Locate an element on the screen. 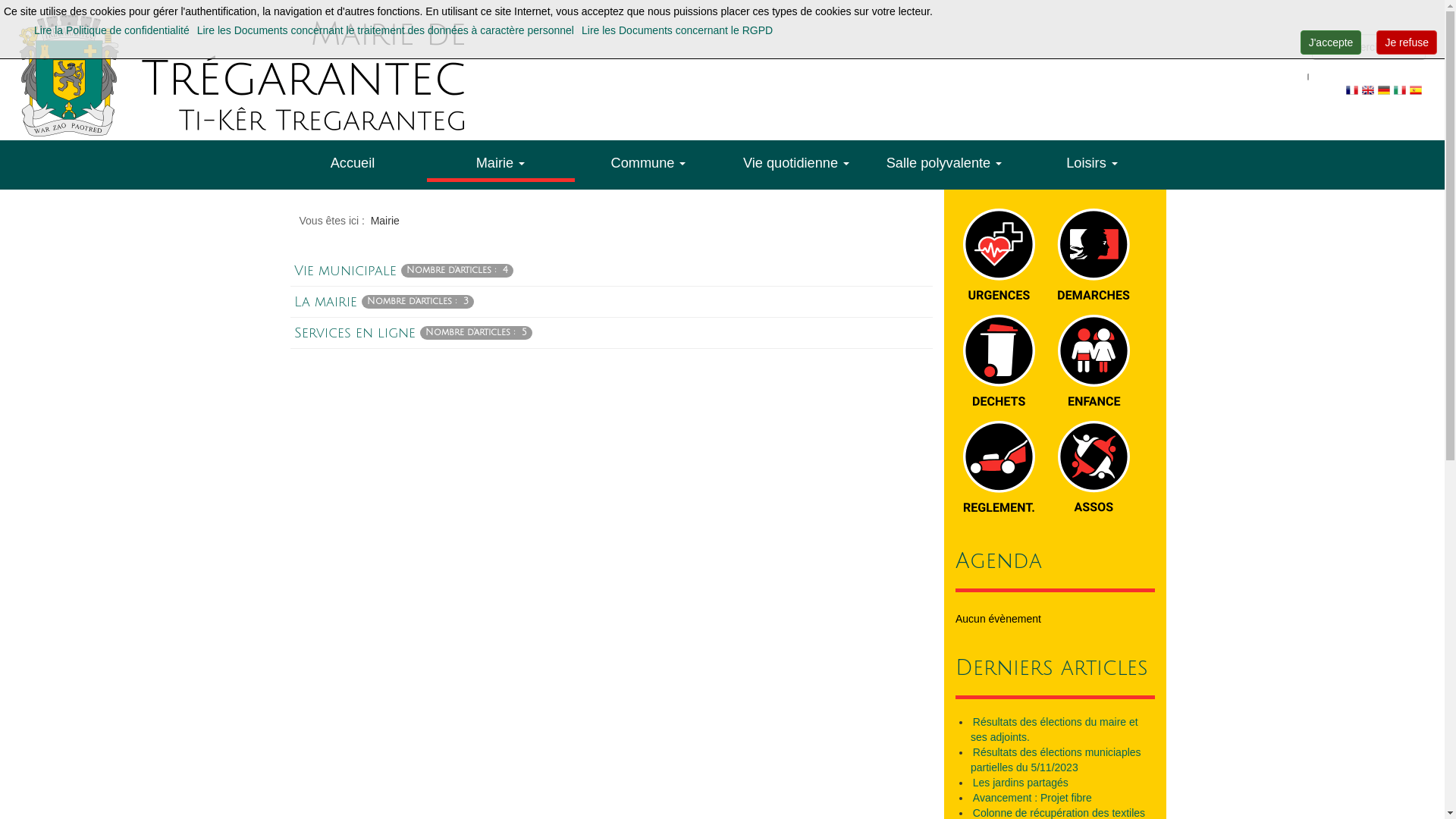 The width and height of the screenshot is (1456, 819). 'La mairie' is located at coordinates (325, 301).